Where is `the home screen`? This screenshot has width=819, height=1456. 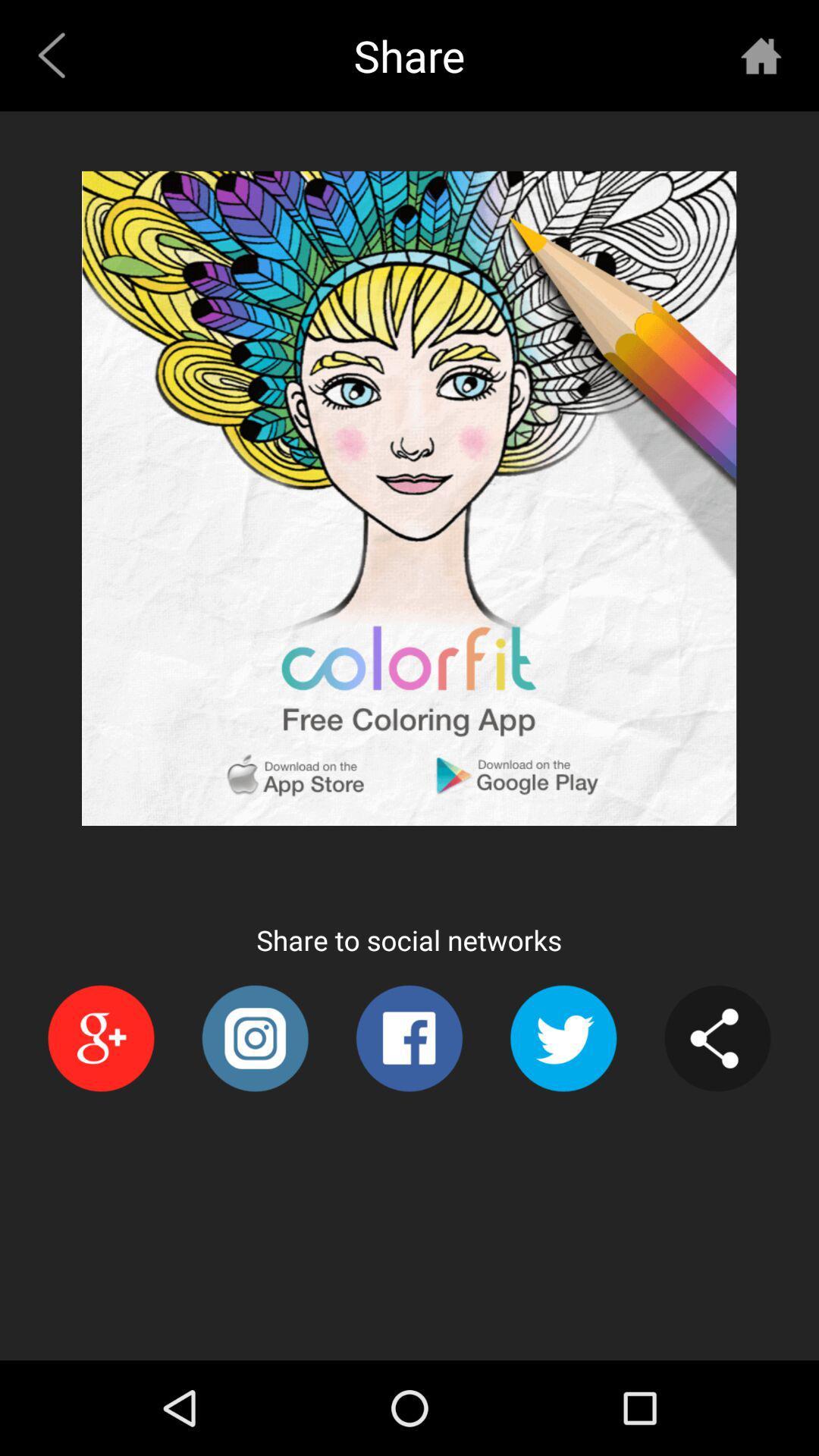 the home screen is located at coordinates (761, 55).